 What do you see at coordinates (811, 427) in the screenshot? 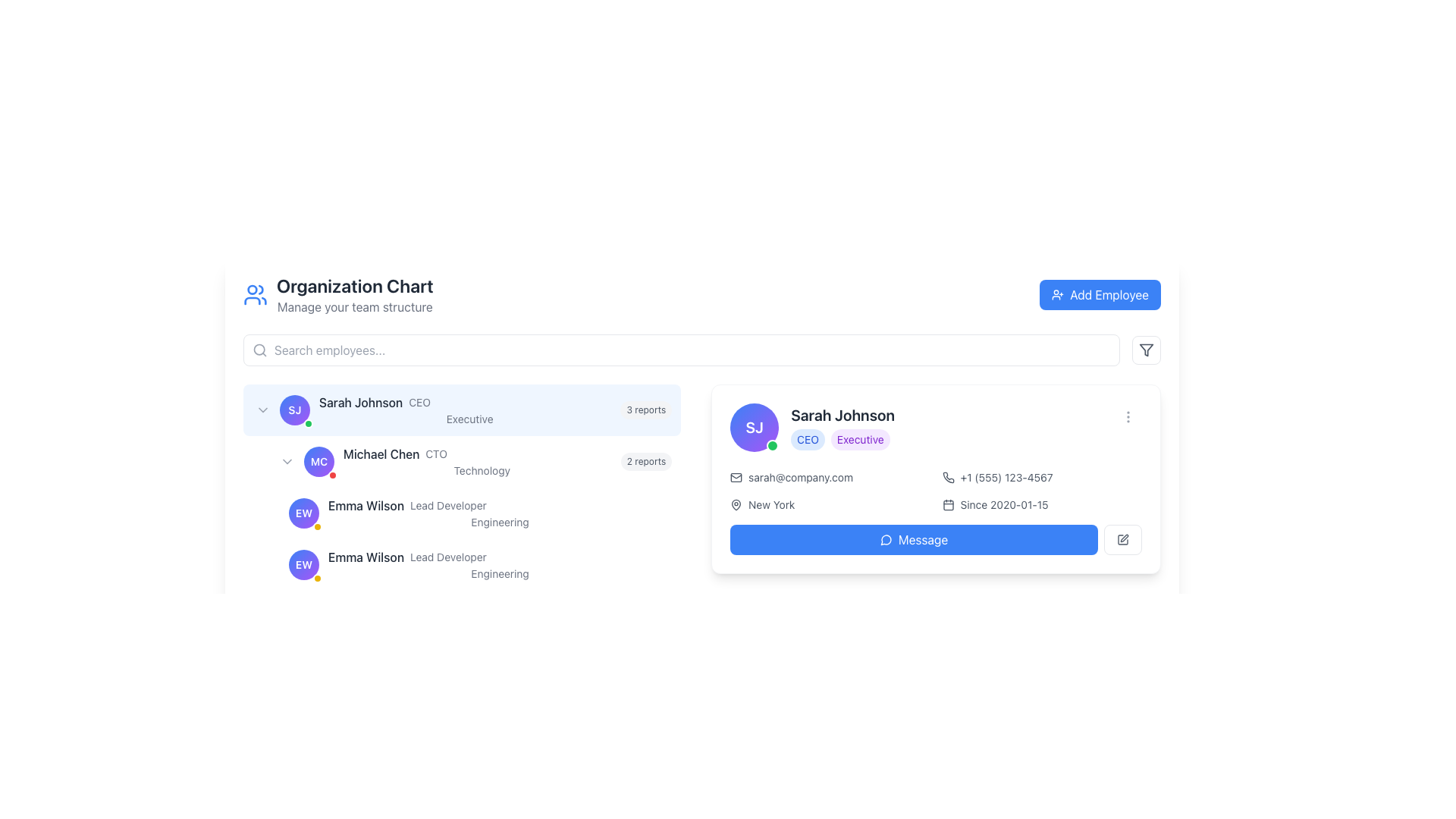
I see `the profile name 'Sarah Johnson' or the labels 'CEO' and 'Executive' in the Profile header located in the upper right-side card` at bounding box center [811, 427].